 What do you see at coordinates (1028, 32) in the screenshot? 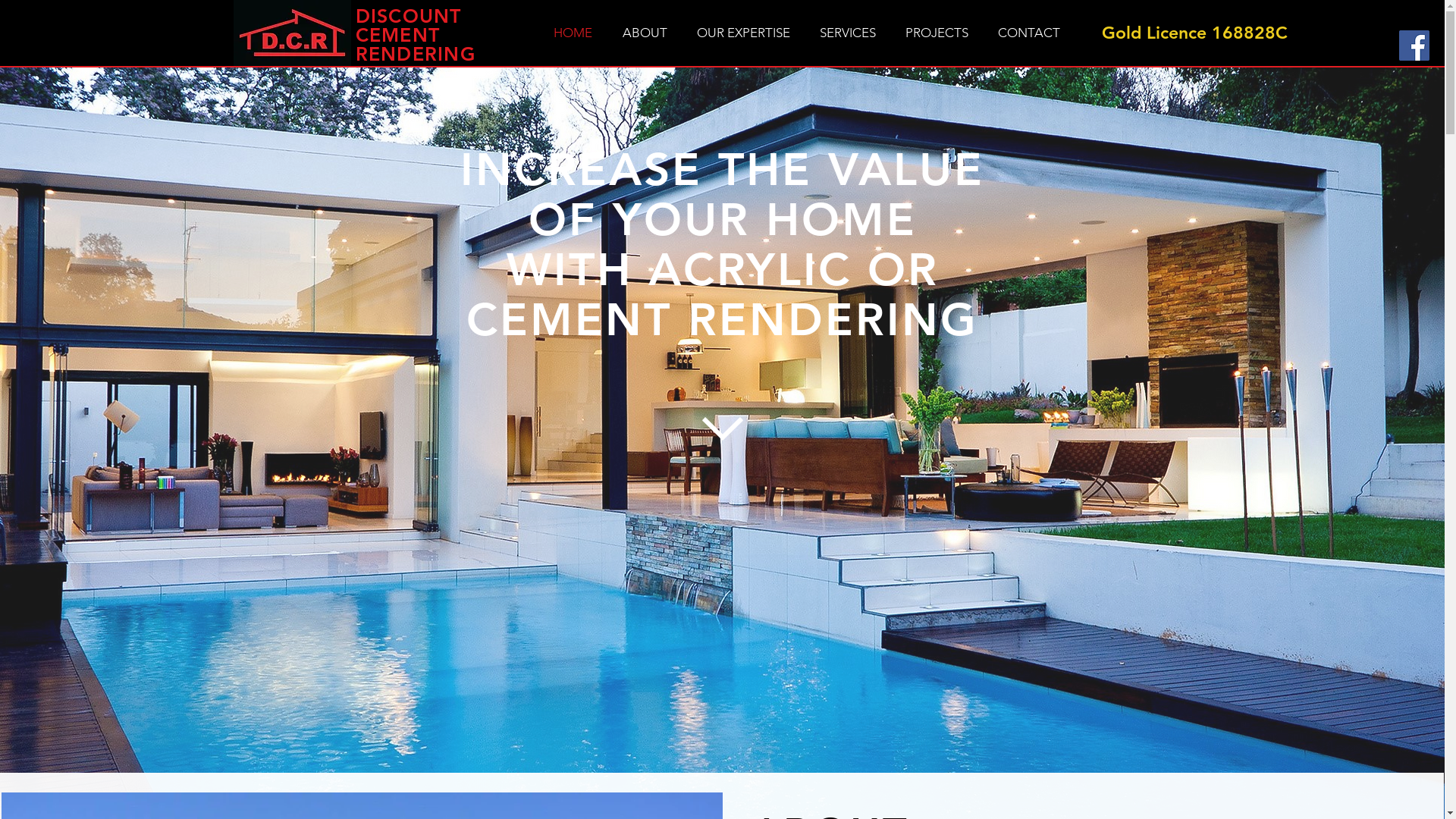
I see `'CONTACT'` at bounding box center [1028, 32].